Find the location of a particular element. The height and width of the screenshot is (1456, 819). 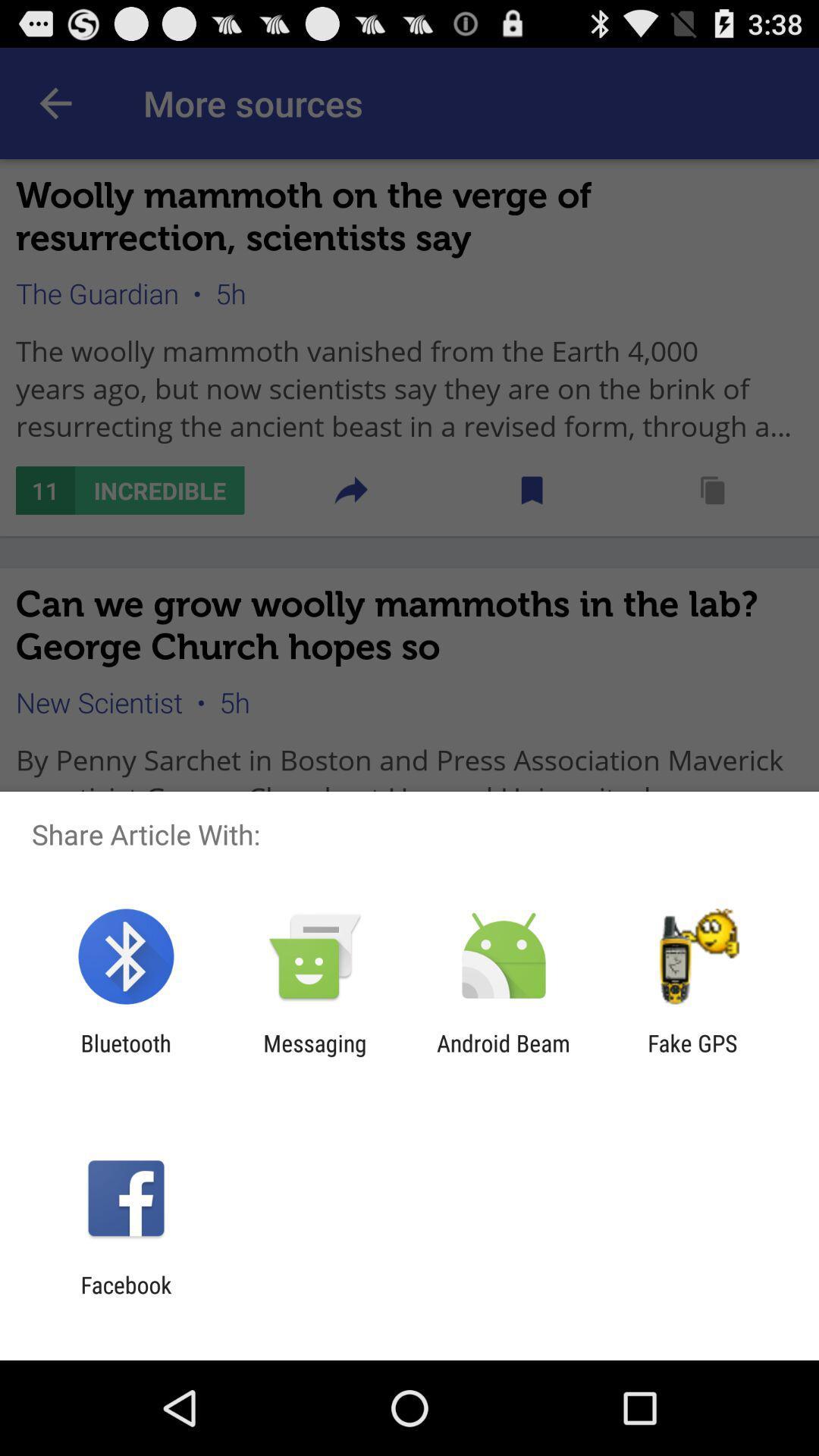

the icon next to the bluetooth is located at coordinates (314, 1056).